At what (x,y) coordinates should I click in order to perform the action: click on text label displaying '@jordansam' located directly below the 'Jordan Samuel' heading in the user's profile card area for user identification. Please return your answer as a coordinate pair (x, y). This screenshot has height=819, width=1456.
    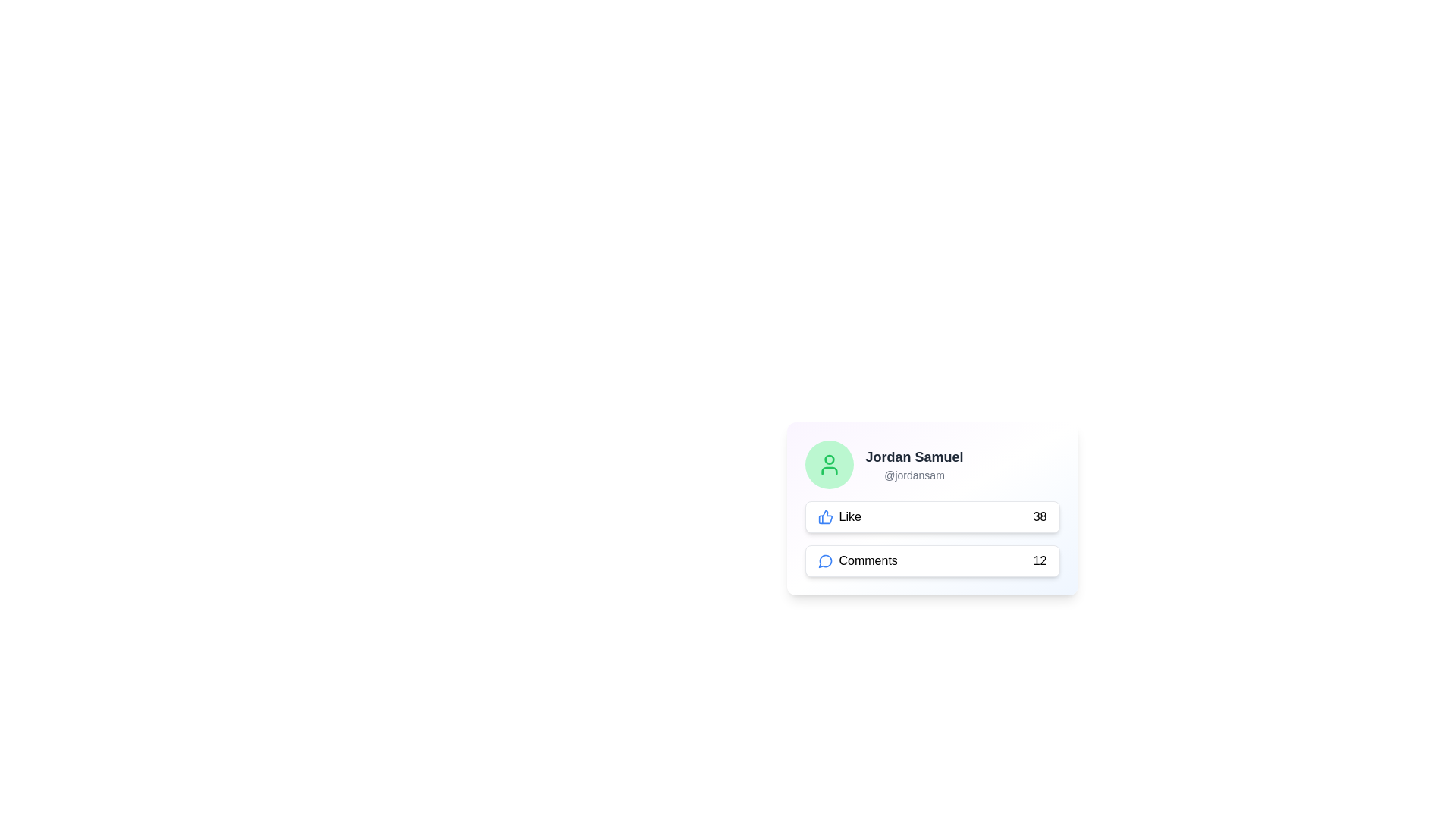
    Looking at the image, I should click on (913, 475).